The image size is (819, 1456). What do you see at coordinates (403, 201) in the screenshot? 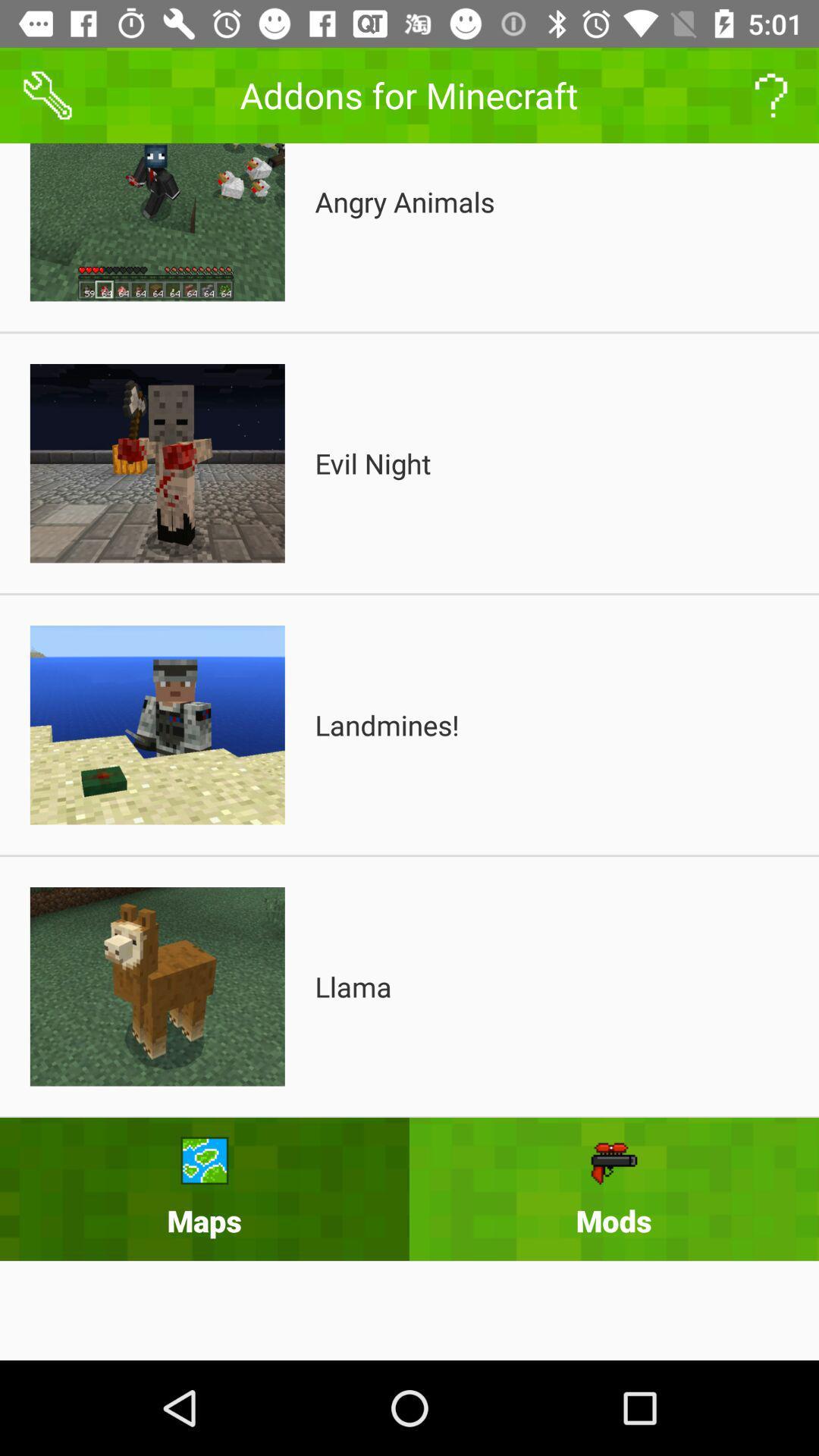
I see `item above the evil night` at bounding box center [403, 201].